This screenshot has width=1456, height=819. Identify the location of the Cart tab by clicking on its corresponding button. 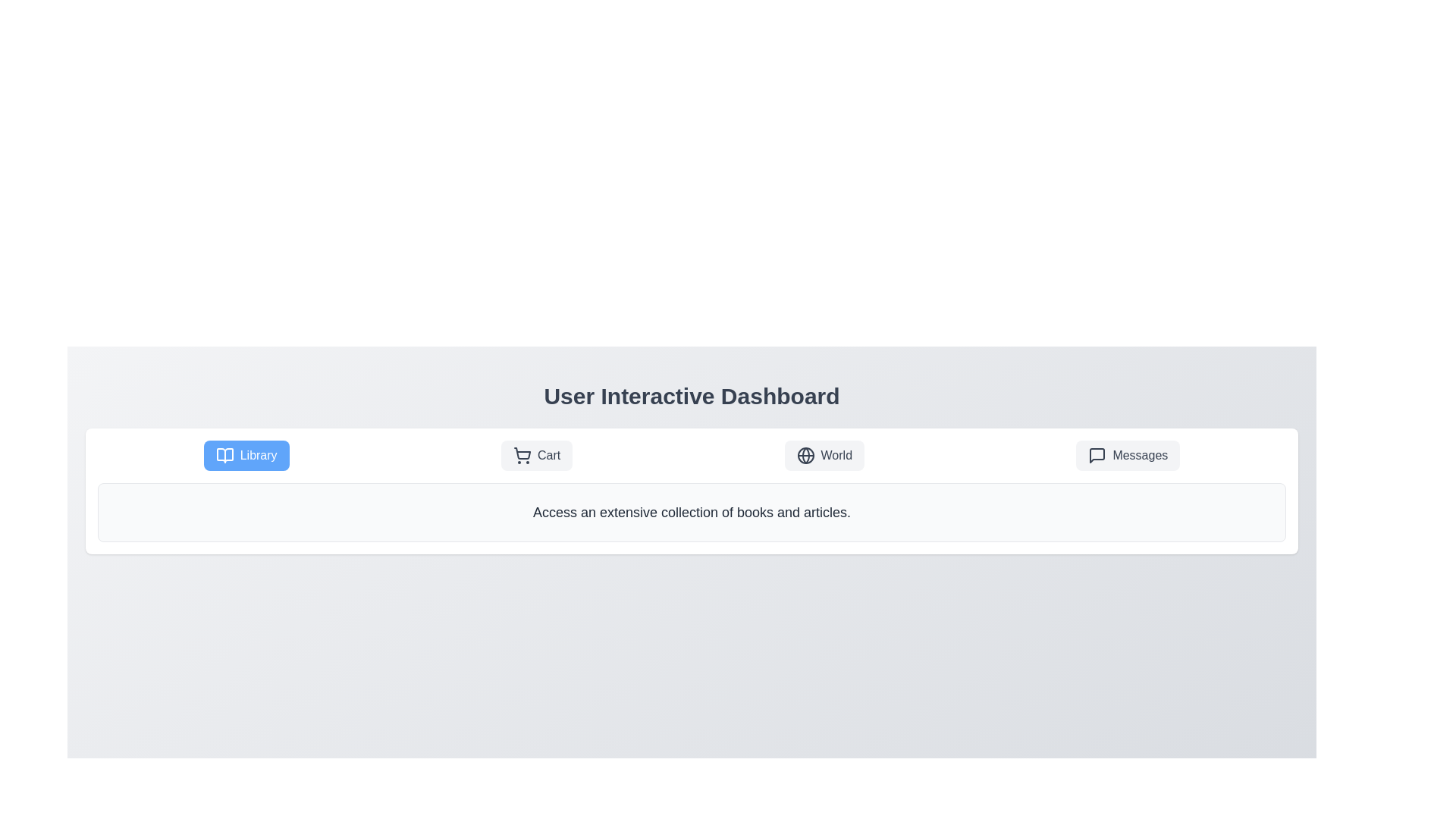
(537, 455).